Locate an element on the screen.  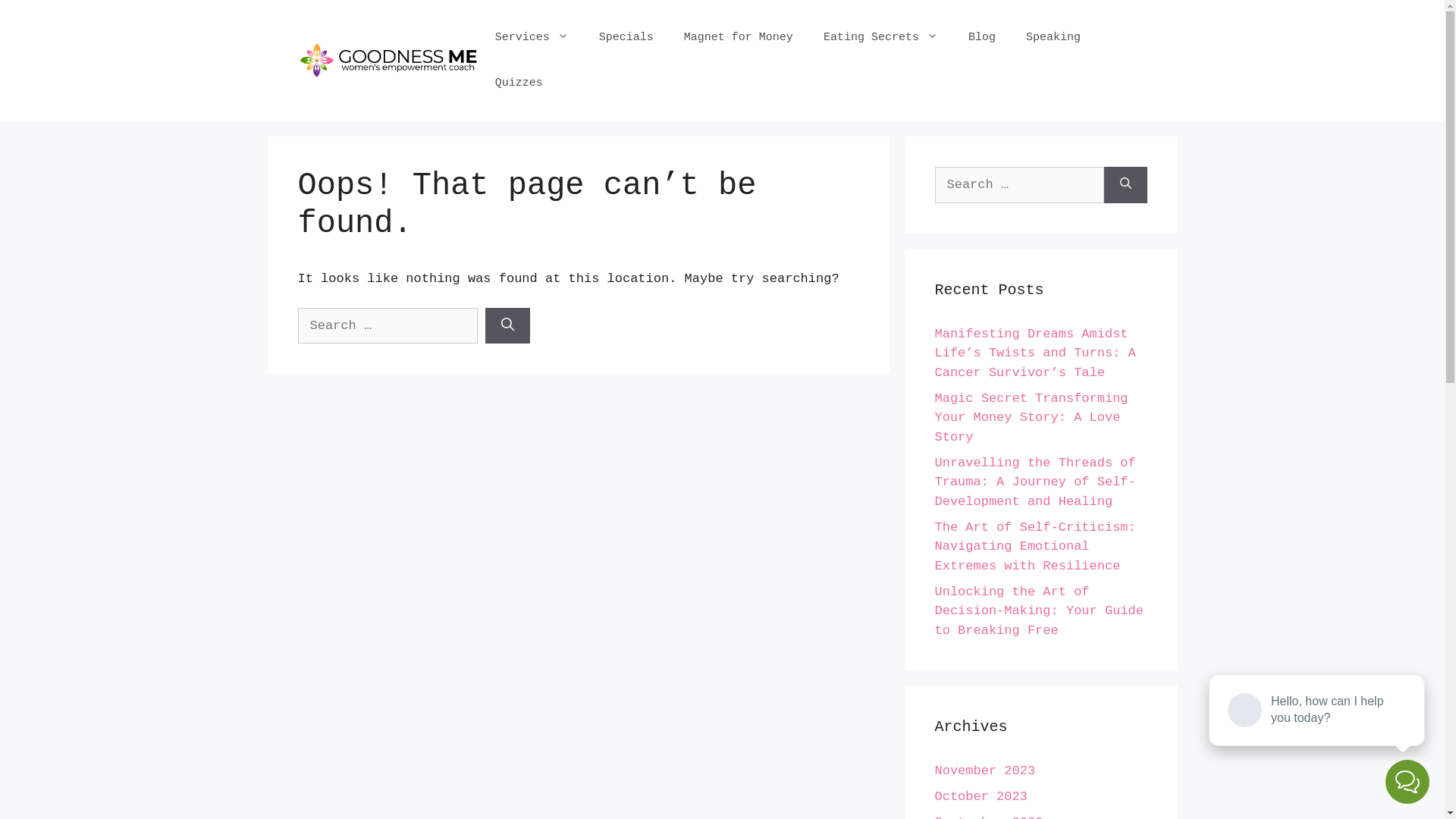
'Speaking' is located at coordinates (1011, 37).